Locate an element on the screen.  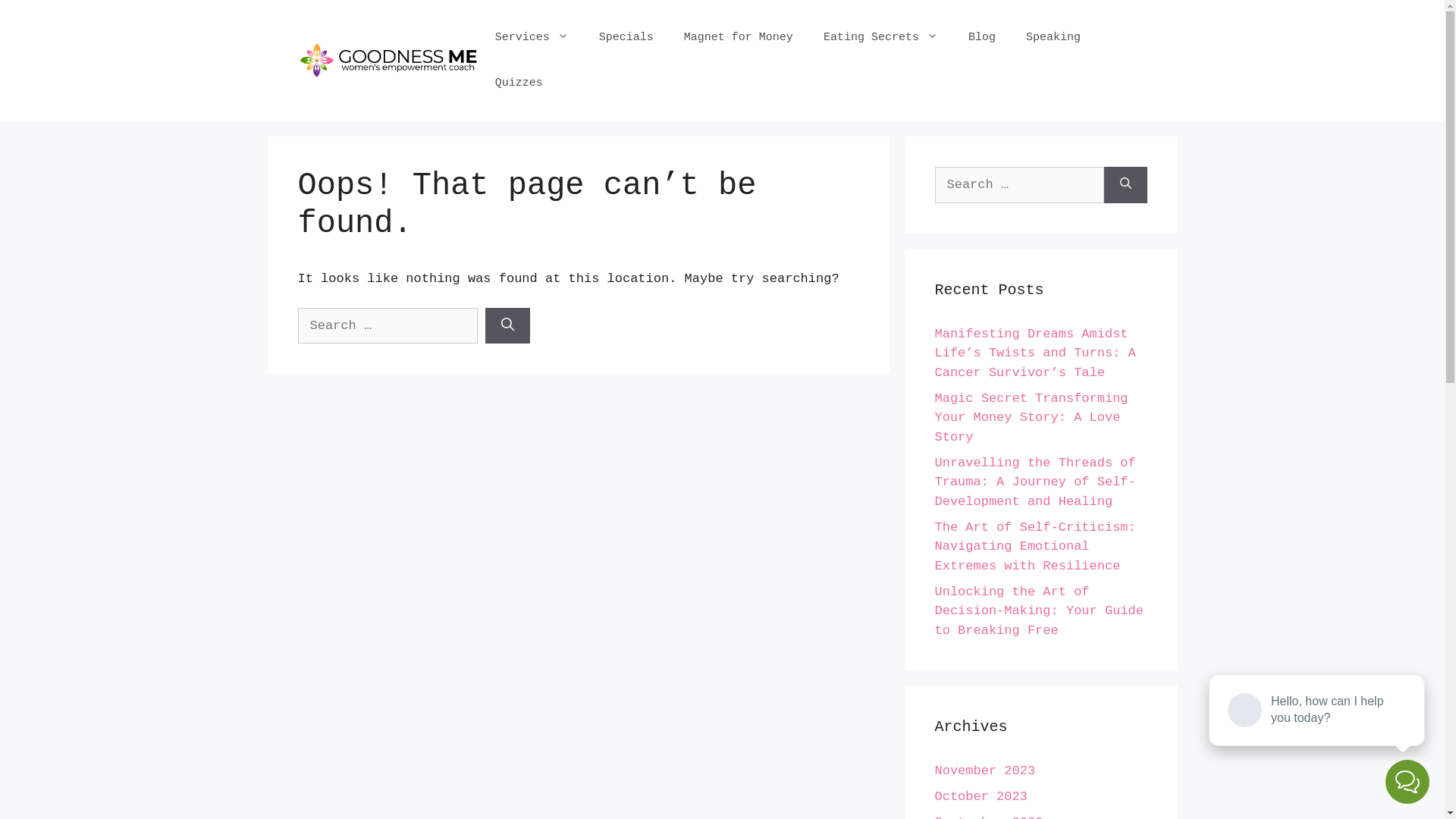
'Speaking' is located at coordinates (1011, 37).